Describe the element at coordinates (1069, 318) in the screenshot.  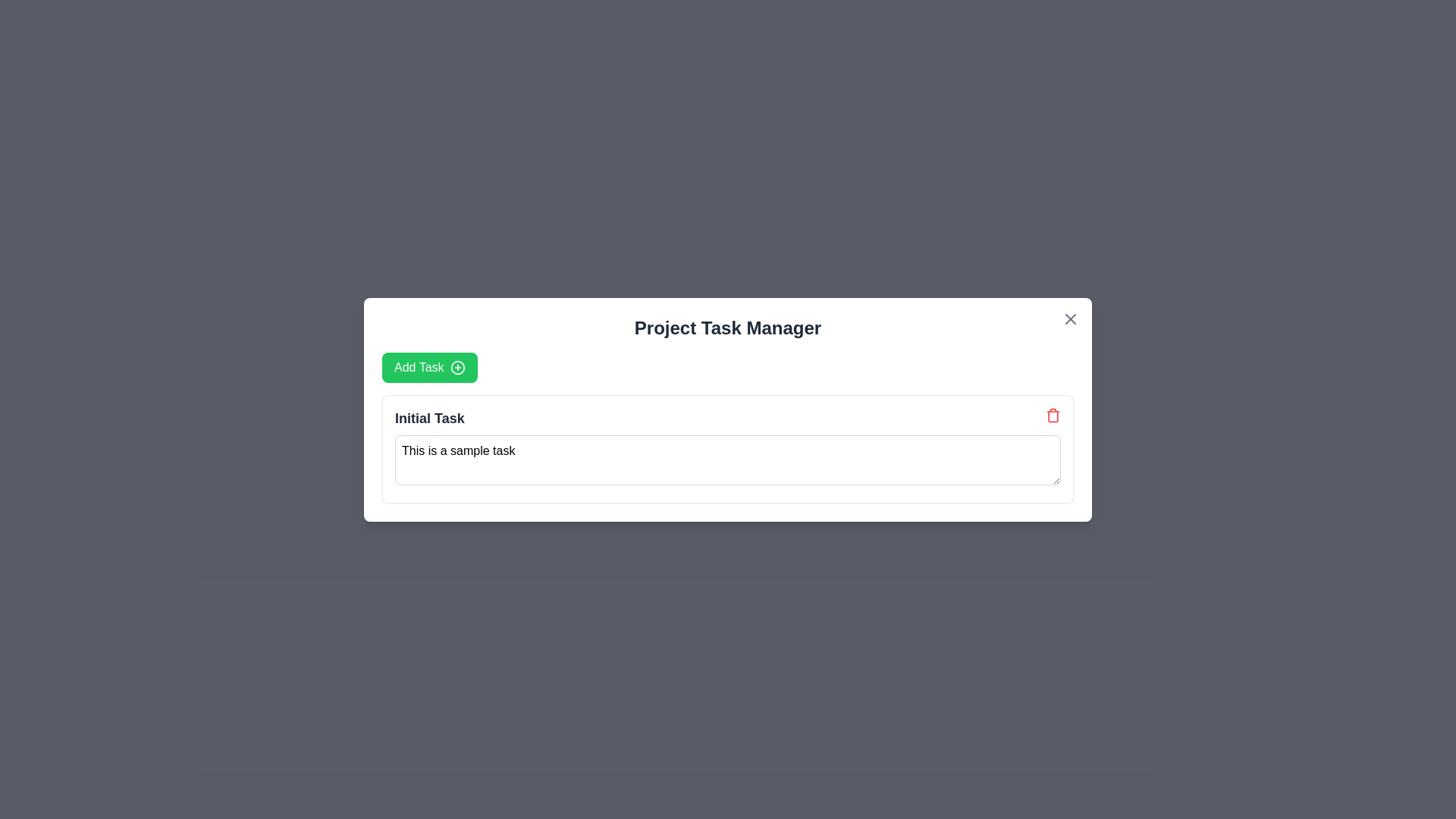
I see `the small gray button with an 'X' icon located in the upper-right corner of the 'Project Task Manager' modal dialog to change its color` at that location.